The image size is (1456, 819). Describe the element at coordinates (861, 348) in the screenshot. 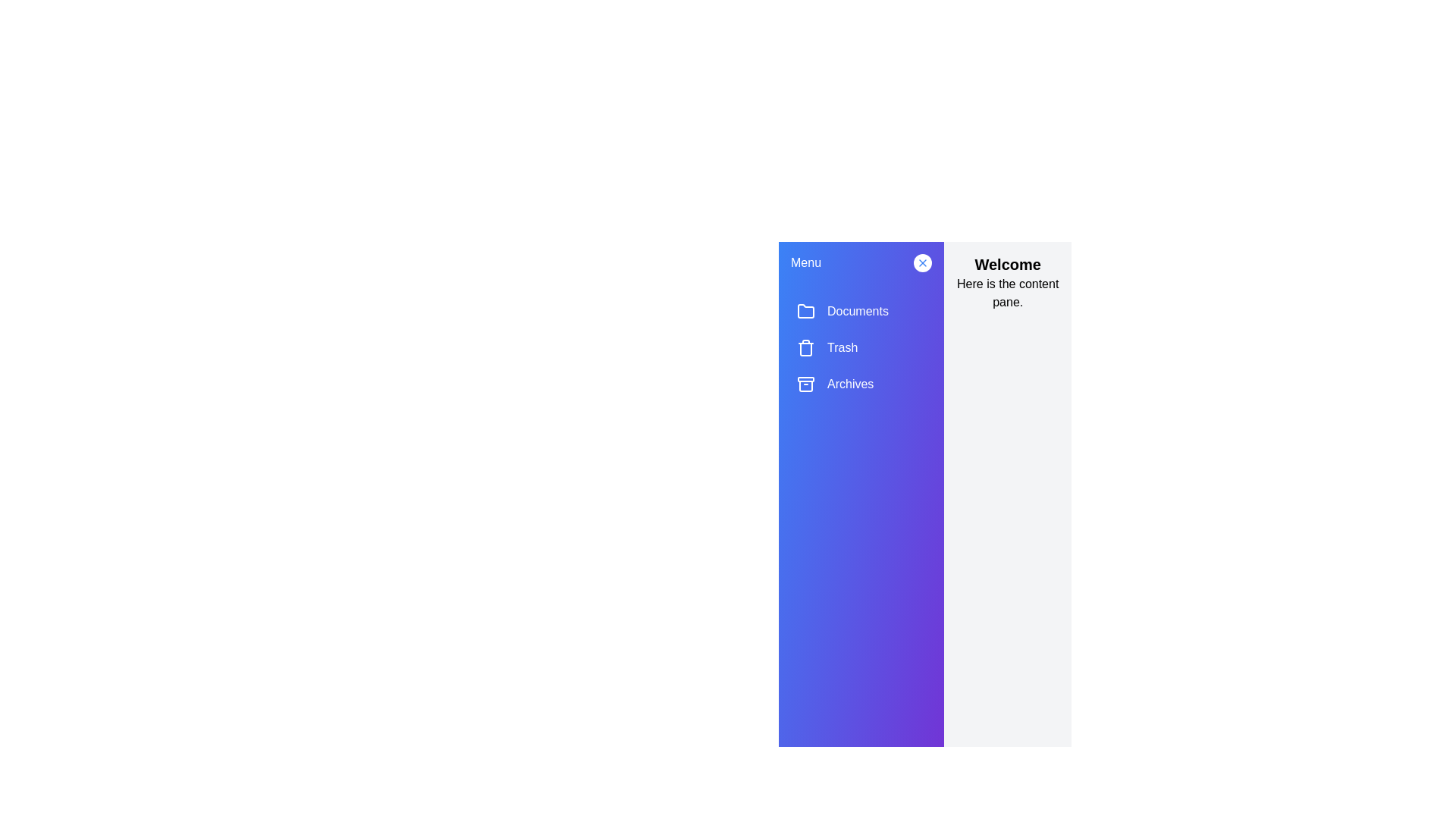

I see `the item Trash from the list in the drawer` at that location.